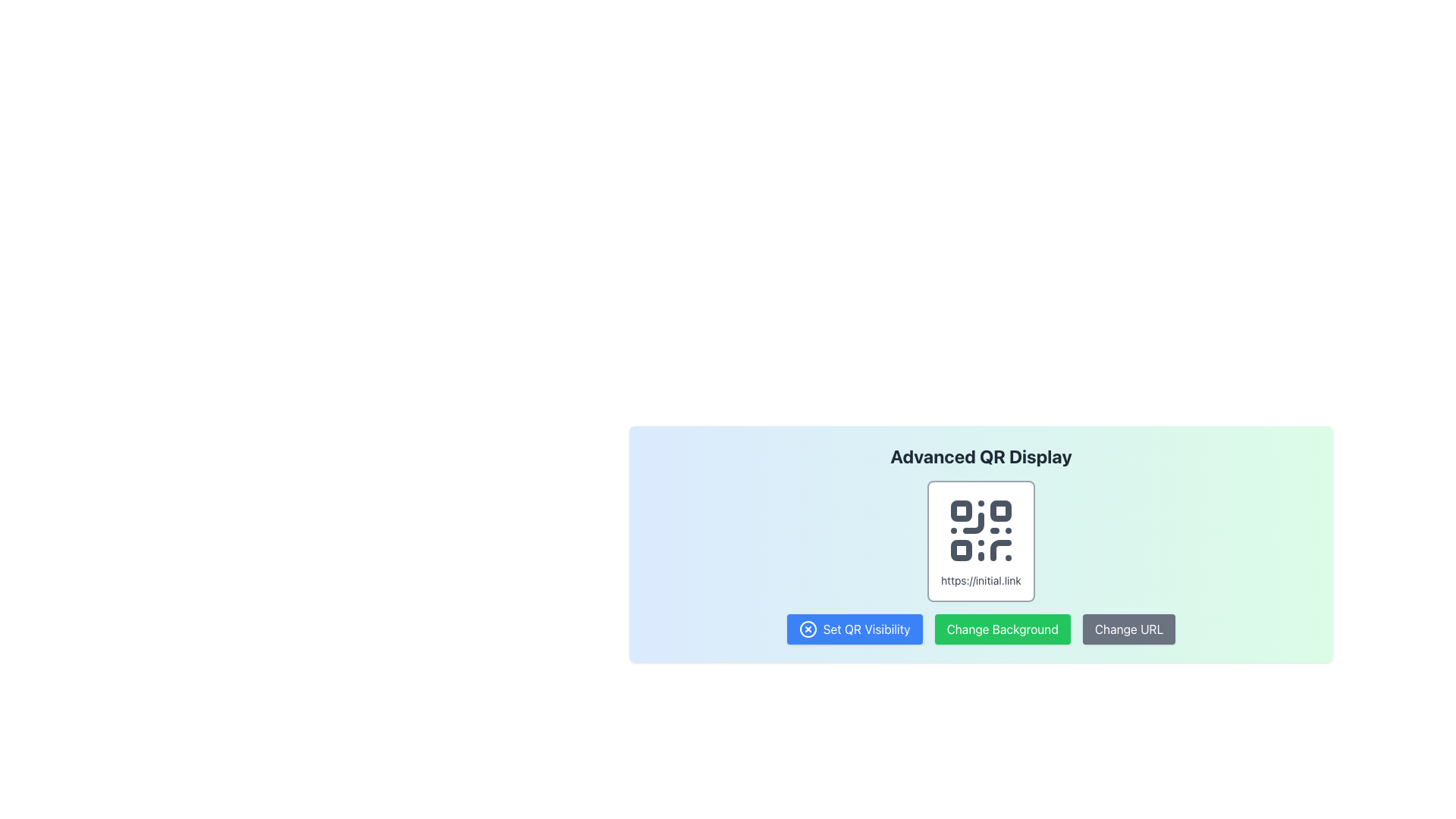  Describe the element at coordinates (1001, 511) in the screenshot. I see `the small hollow square with rounded corners located at the top-right corner of the QR code graphic` at that location.